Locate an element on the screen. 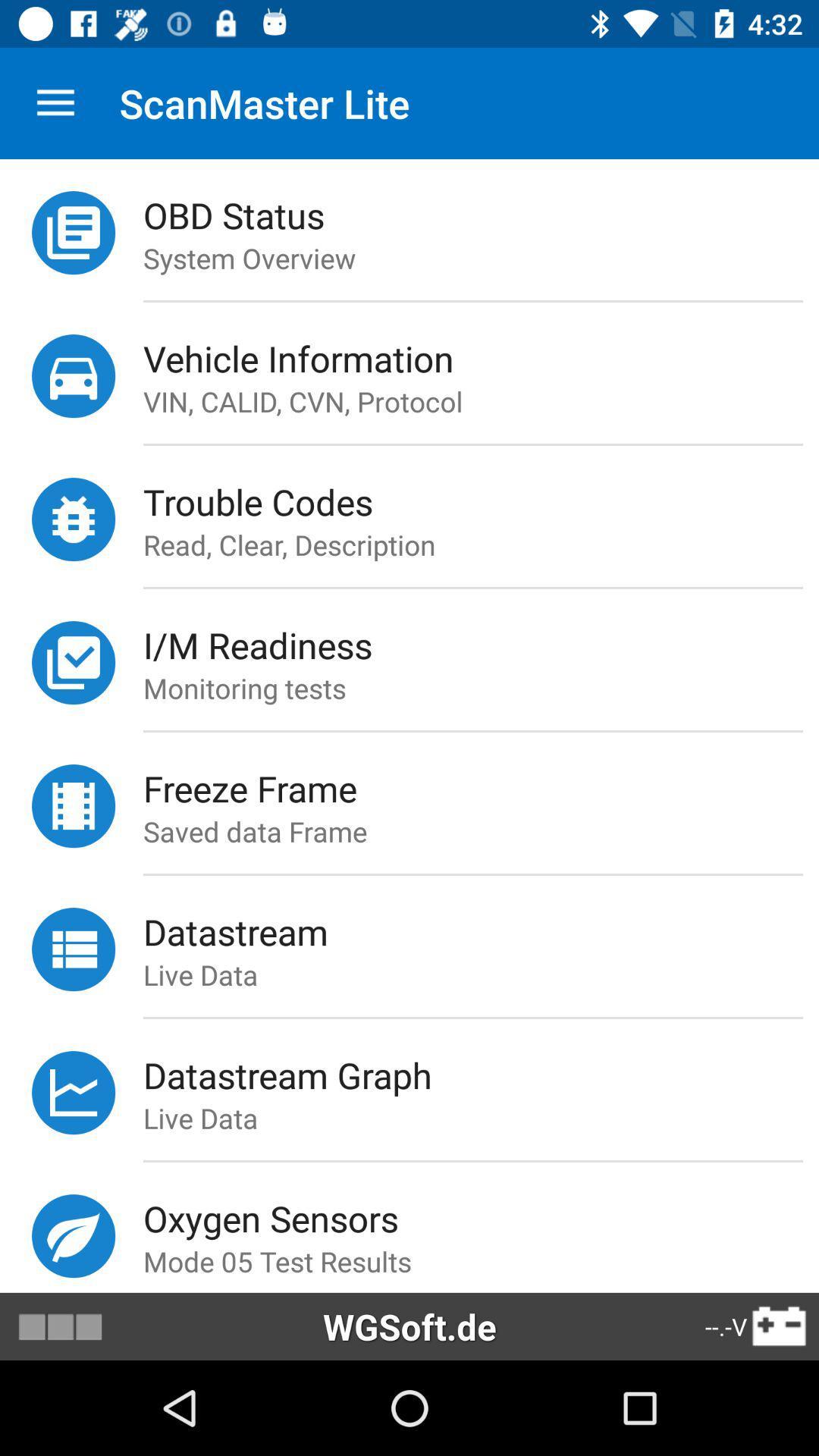 This screenshot has height=1456, width=819. the trouble codes item is located at coordinates (481, 501).